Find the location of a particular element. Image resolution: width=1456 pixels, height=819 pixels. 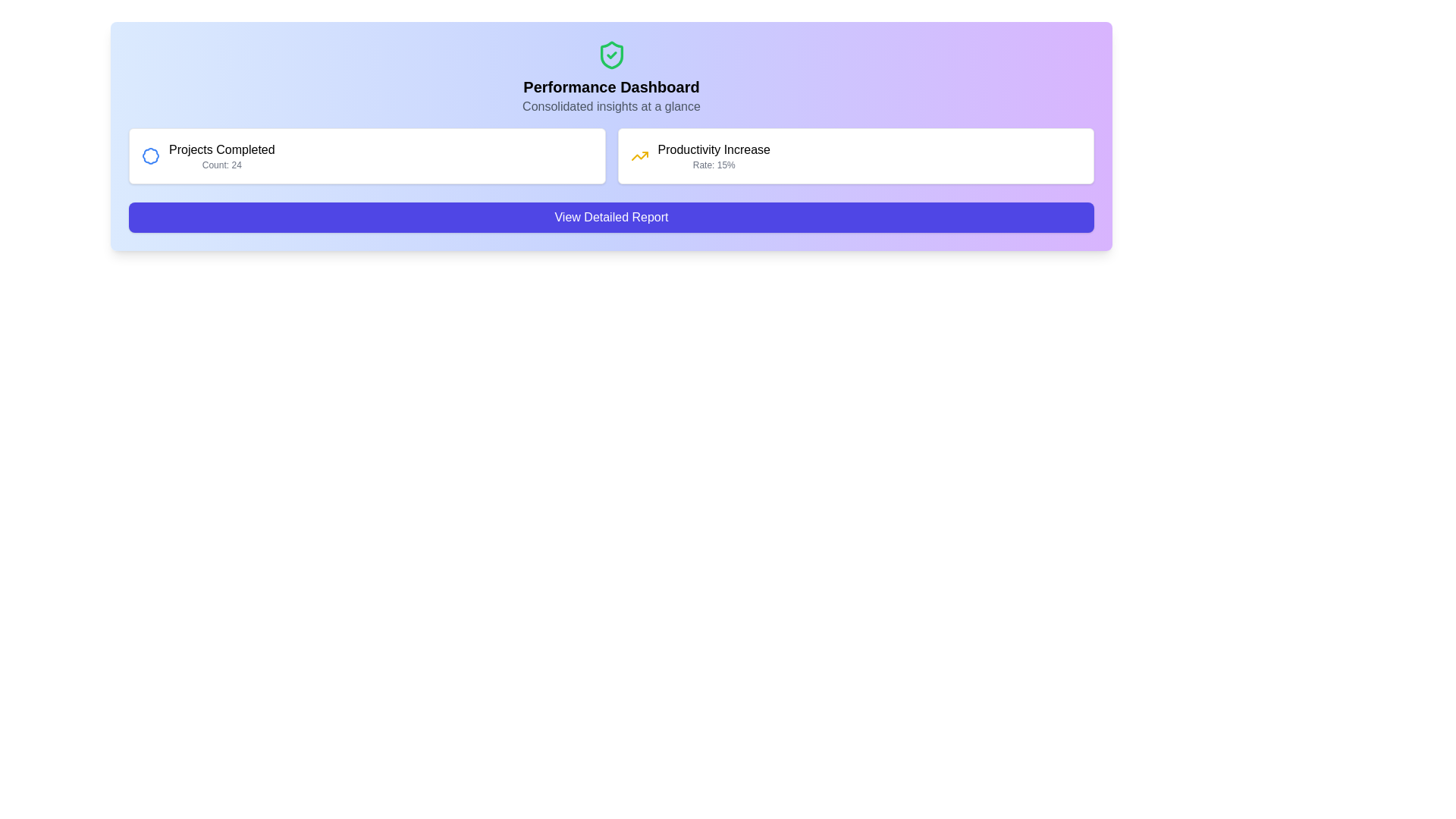

the text label that reads 'Projects Completed', which is styled with medium font weight and located at the top of a white rectangular card within a two-column layout is located at coordinates (221, 149).